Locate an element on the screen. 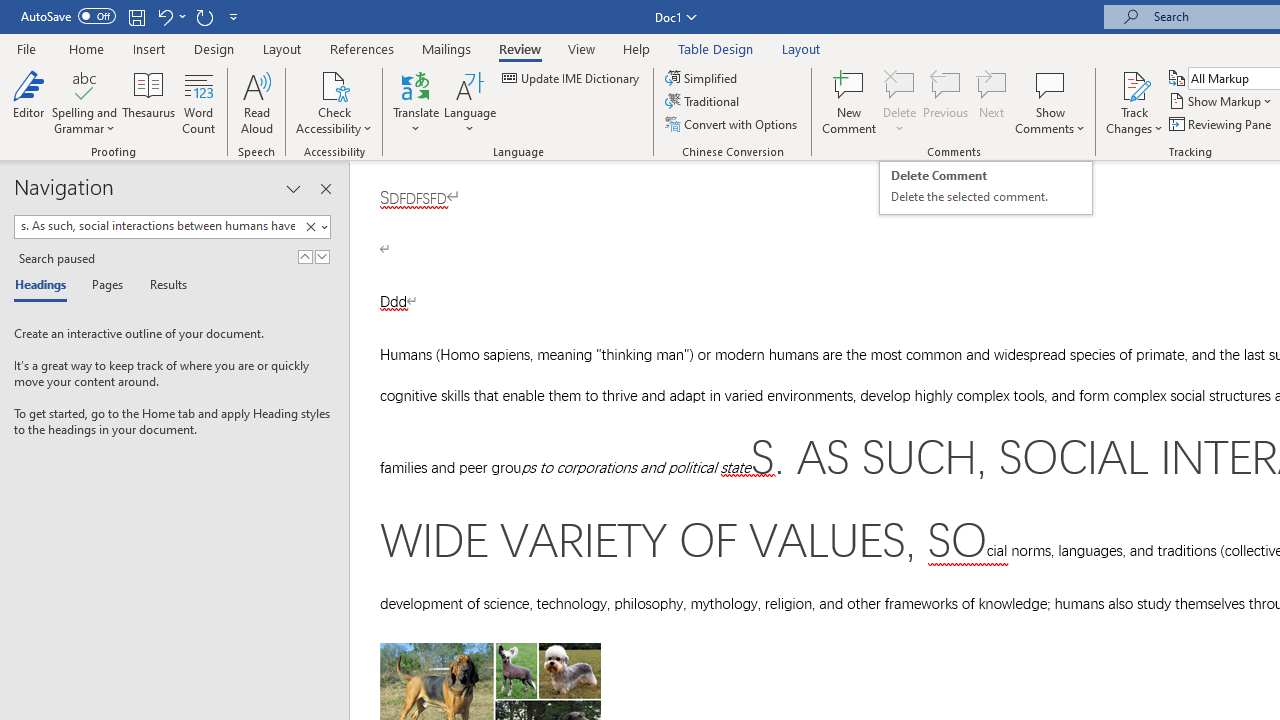 The image size is (1280, 720). 'Repeat Style' is located at coordinates (204, 16).